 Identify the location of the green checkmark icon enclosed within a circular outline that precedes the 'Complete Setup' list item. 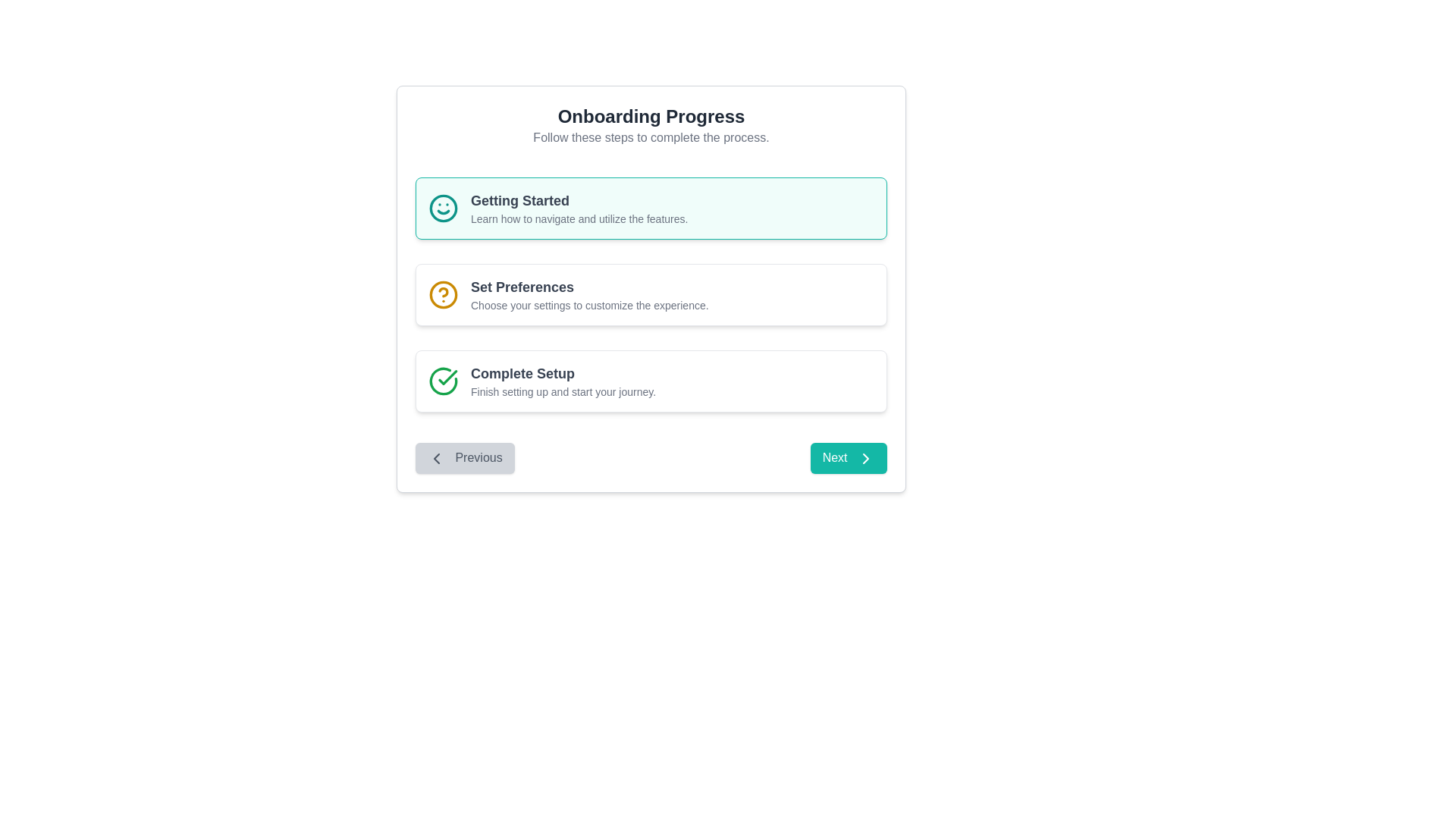
(443, 380).